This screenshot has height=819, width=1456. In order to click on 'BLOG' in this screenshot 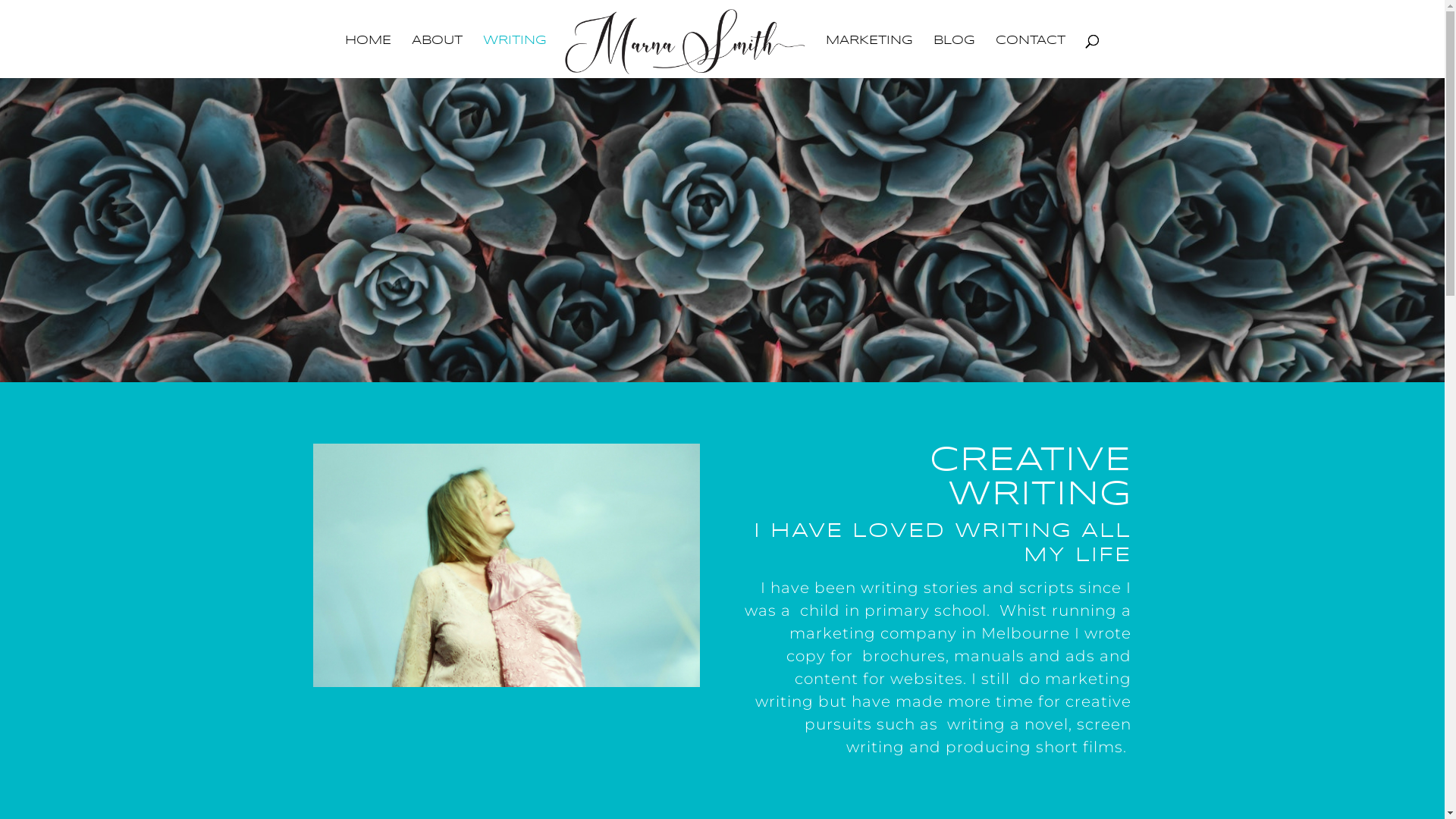, I will do `click(932, 55)`.